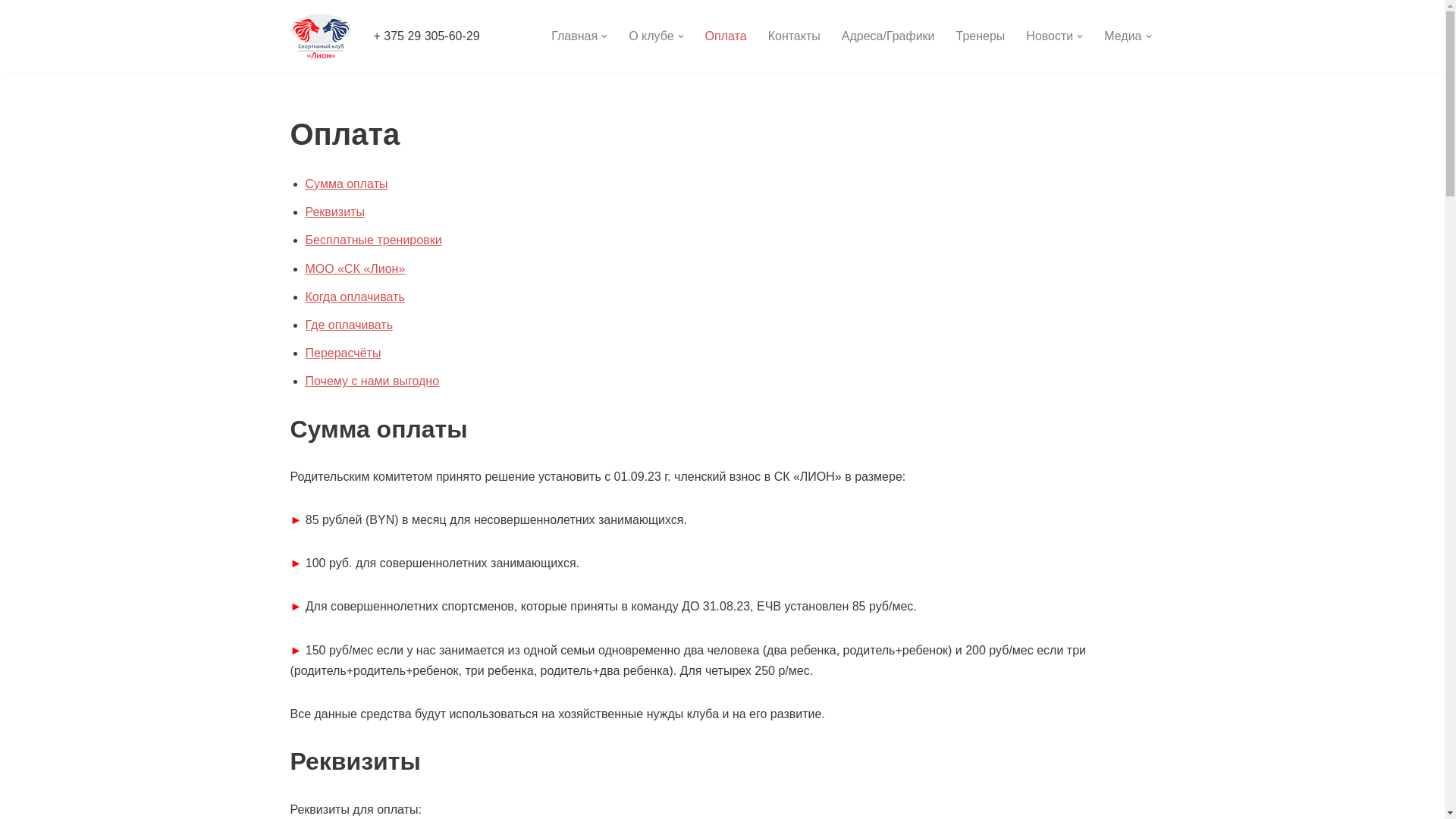 The height and width of the screenshot is (819, 1456). I want to click on '+ 375 29 305-60-29', so click(425, 35).